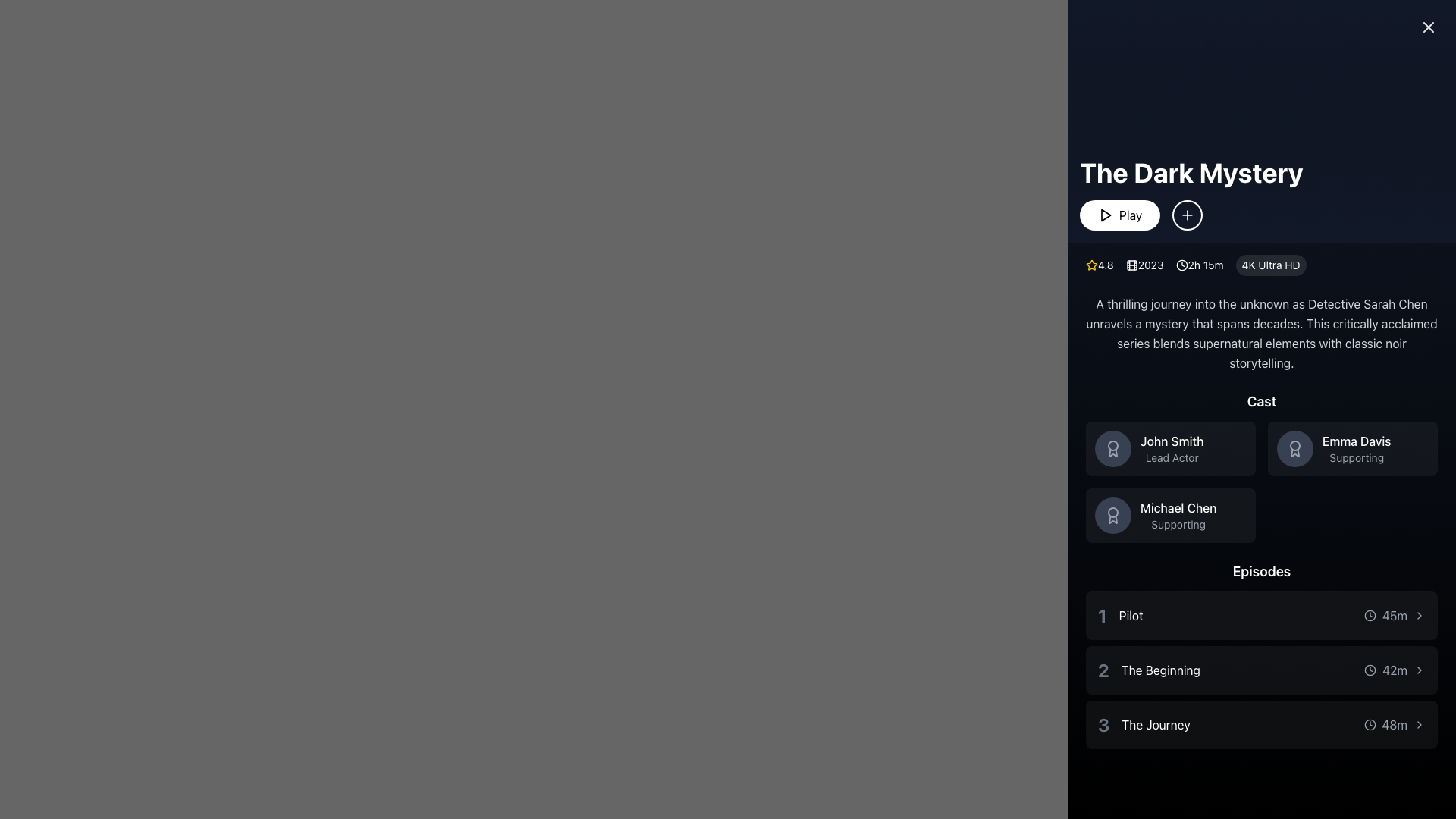 The width and height of the screenshot is (1456, 819). I want to click on the part of the 'X' icon located in the top-right corner of the interface, so click(1427, 27).